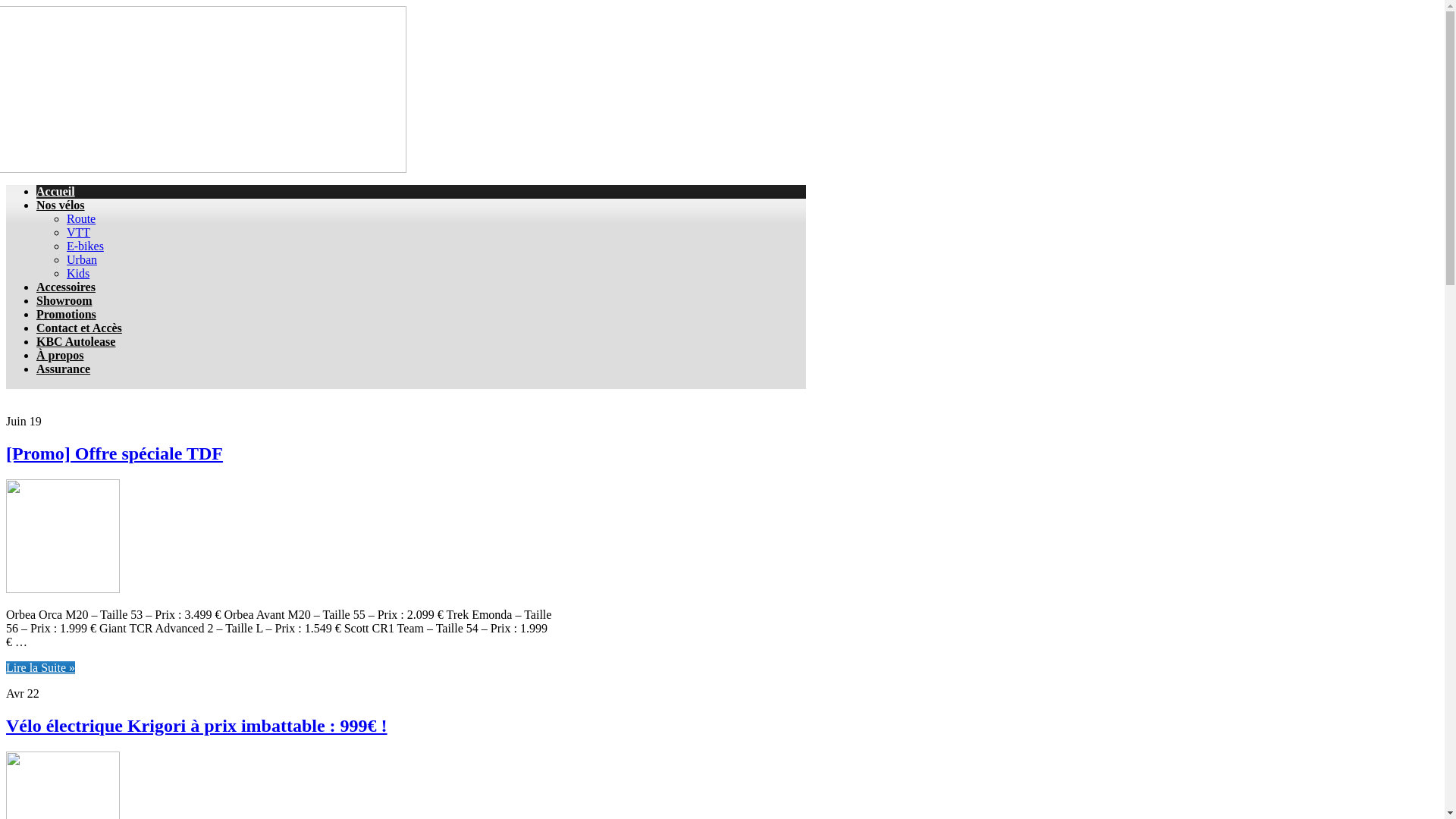  Describe the element at coordinates (62, 369) in the screenshot. I see `'Assurance'` at that location.